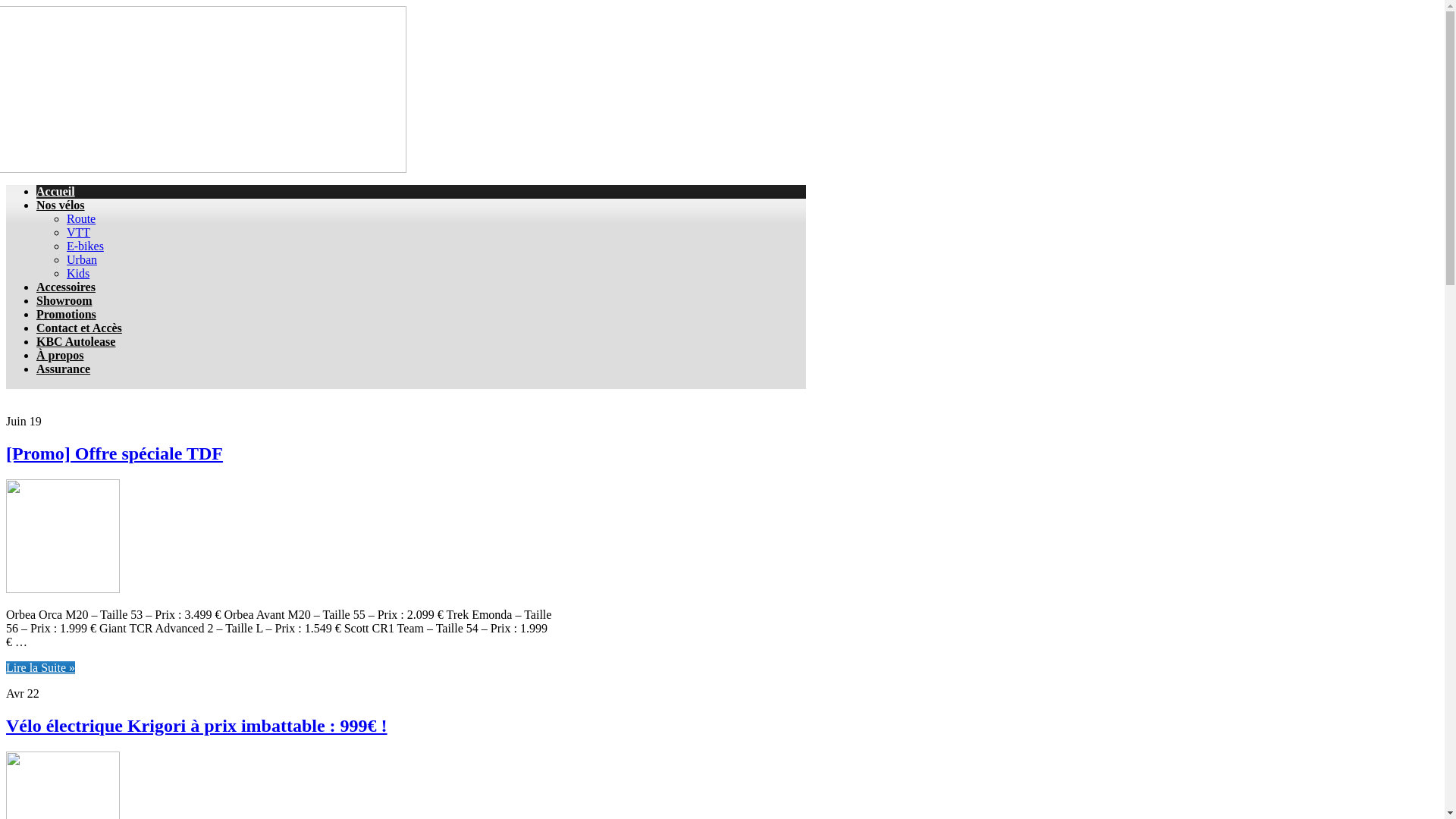  Describe the element at coordinates (62, 369) in the screenshot. I see `'Assurance'` at that location.